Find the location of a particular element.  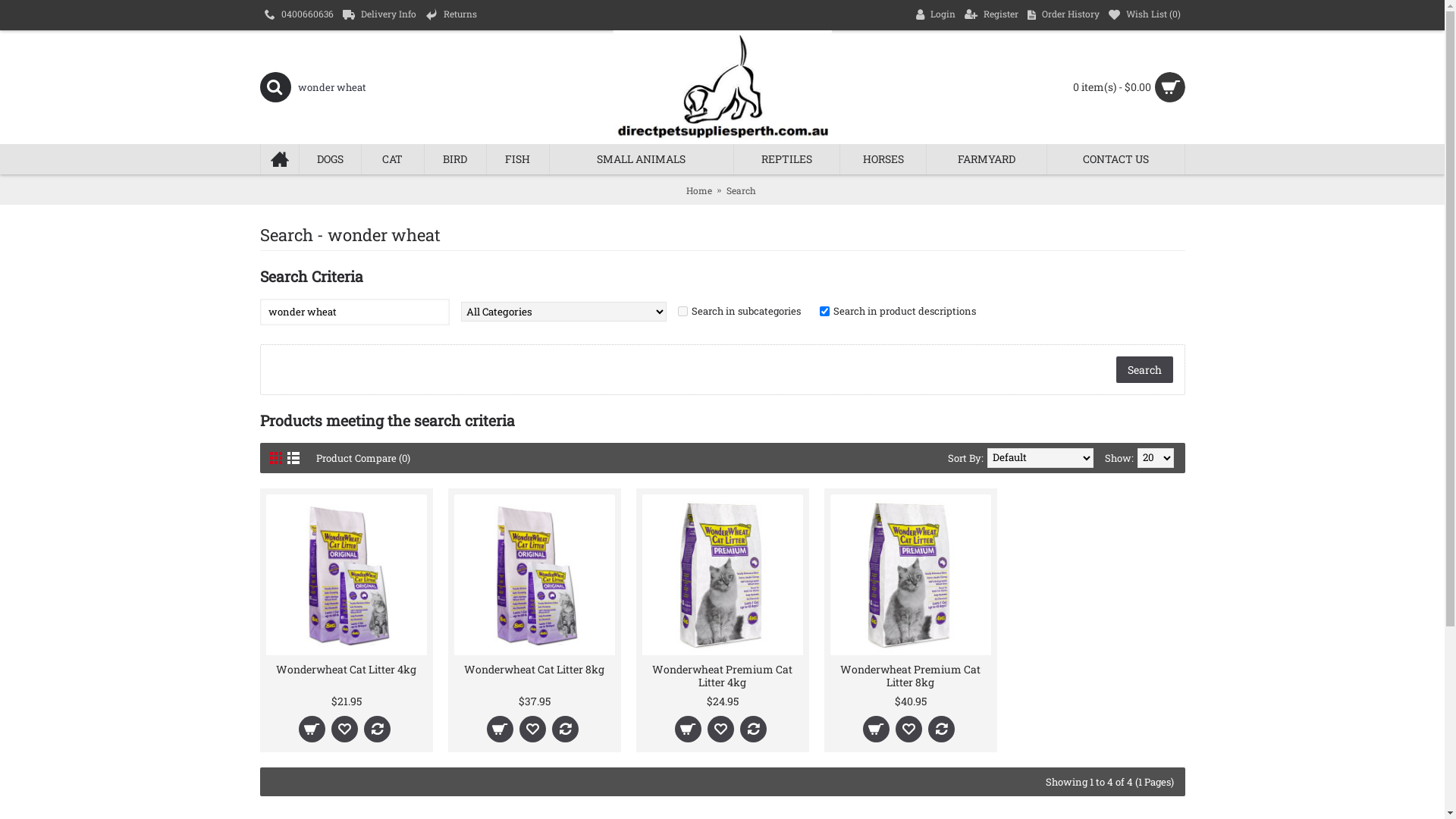

'Wonderwheat Cat Litter 8kg' is located at coordinates (534, 667).